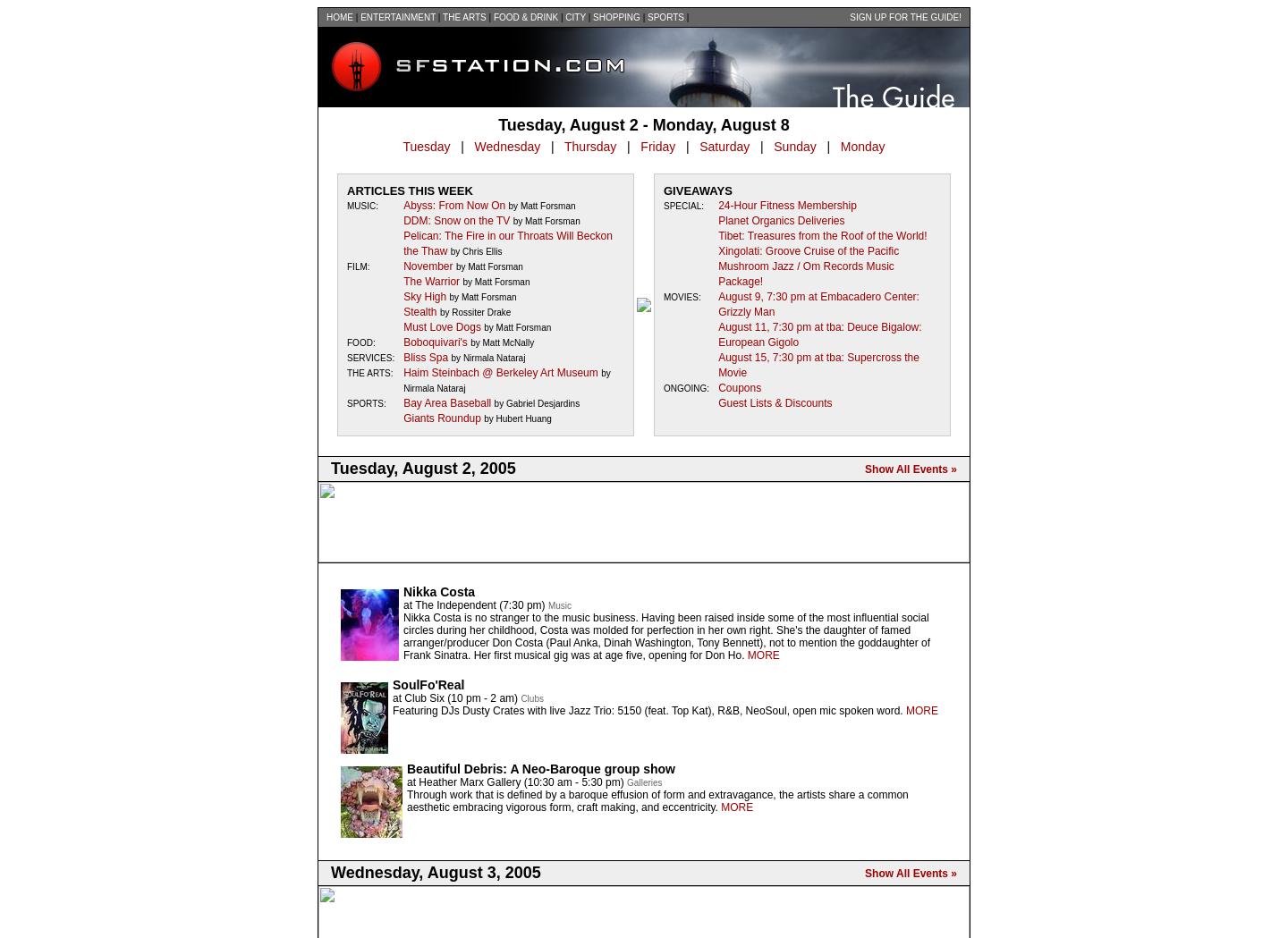 This screenshot has height=938, width=1288. What do you see at coordinates (345, 403) in the screenshot?
I see `'SPORTS:'` at bounding box center [345, 403].